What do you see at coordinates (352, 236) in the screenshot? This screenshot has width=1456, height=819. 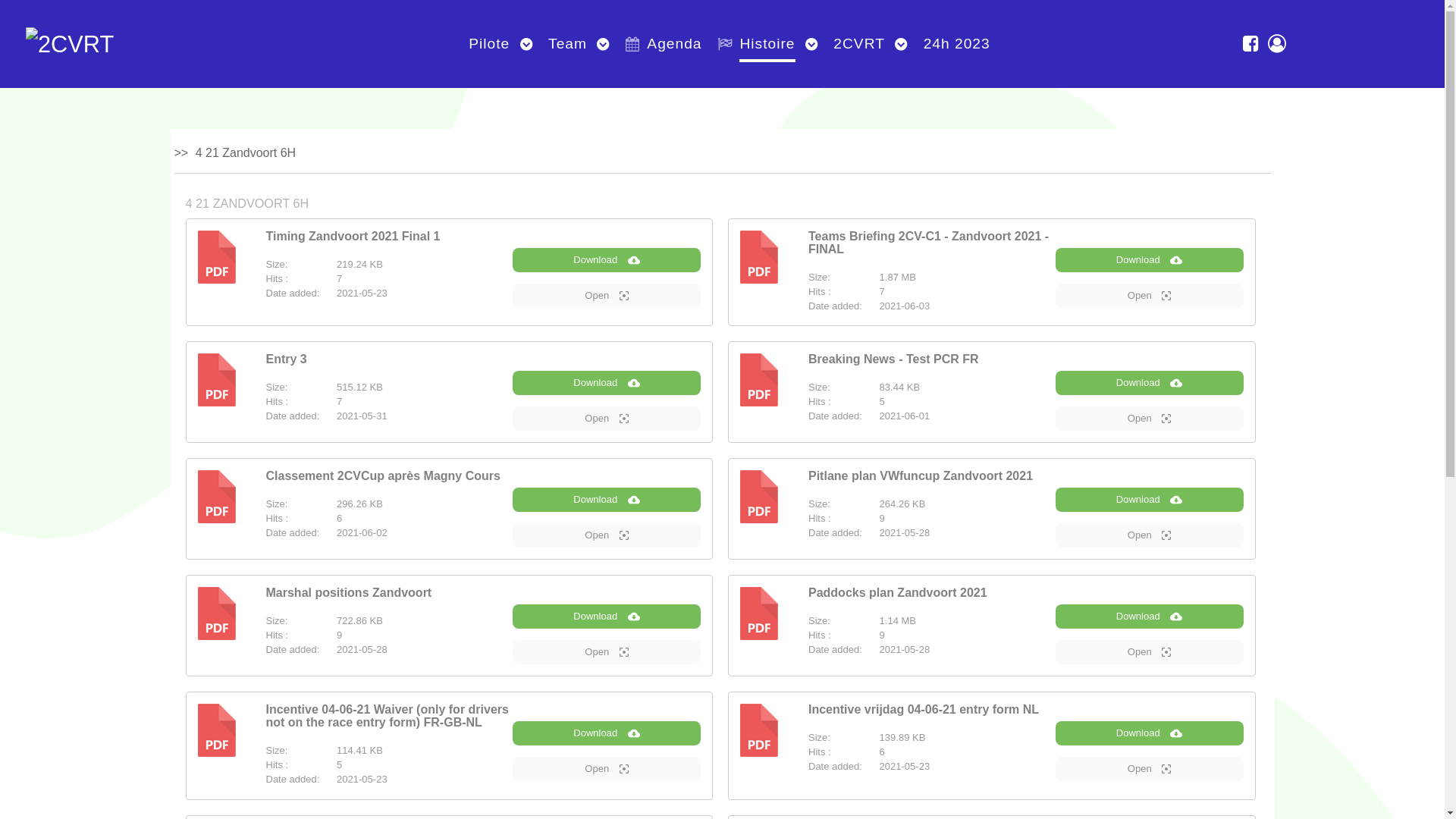 I see `'Timing Zandvoort 2021 Final 1'` at bounding box center [352, 236].